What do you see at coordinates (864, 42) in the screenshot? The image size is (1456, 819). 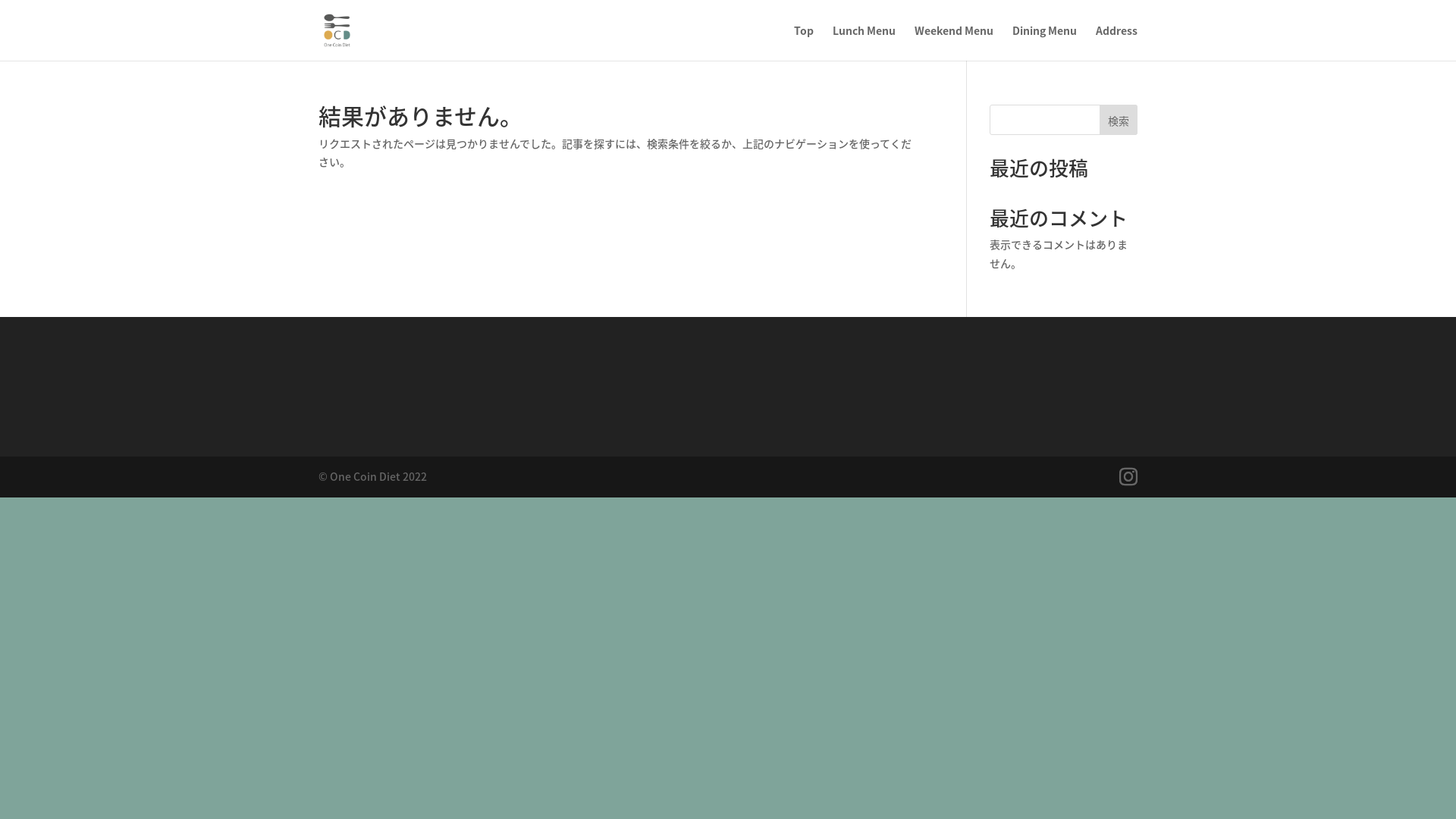 I see `'Lunch Menu'` at bounding box center [864, 42].